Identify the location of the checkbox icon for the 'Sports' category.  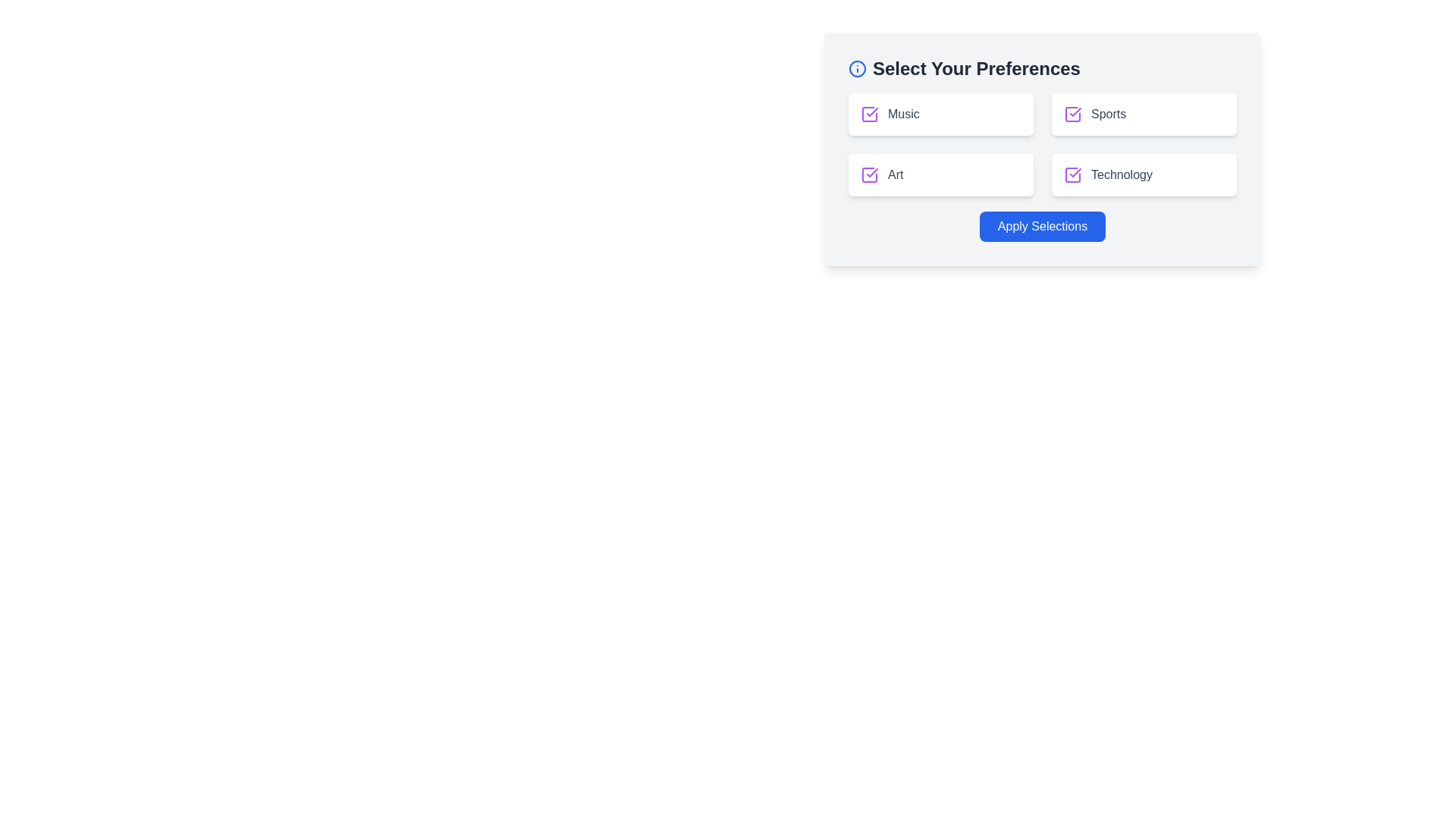
(1072, 113).